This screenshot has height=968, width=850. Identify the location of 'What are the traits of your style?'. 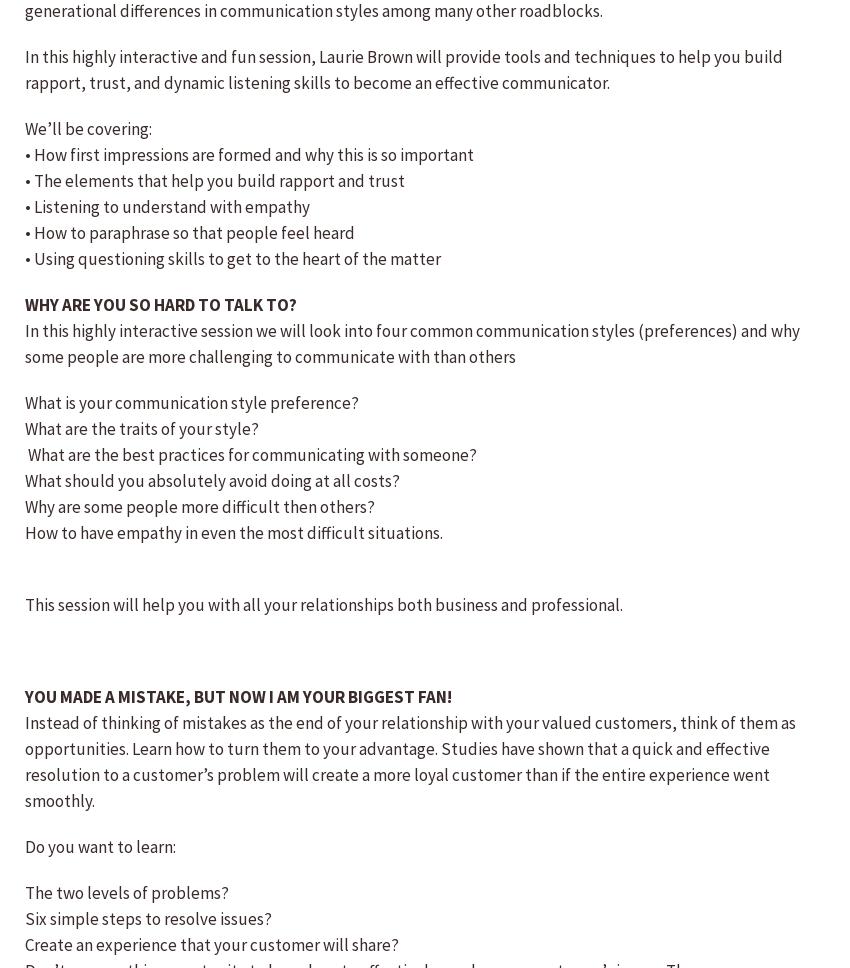
(142, 429).